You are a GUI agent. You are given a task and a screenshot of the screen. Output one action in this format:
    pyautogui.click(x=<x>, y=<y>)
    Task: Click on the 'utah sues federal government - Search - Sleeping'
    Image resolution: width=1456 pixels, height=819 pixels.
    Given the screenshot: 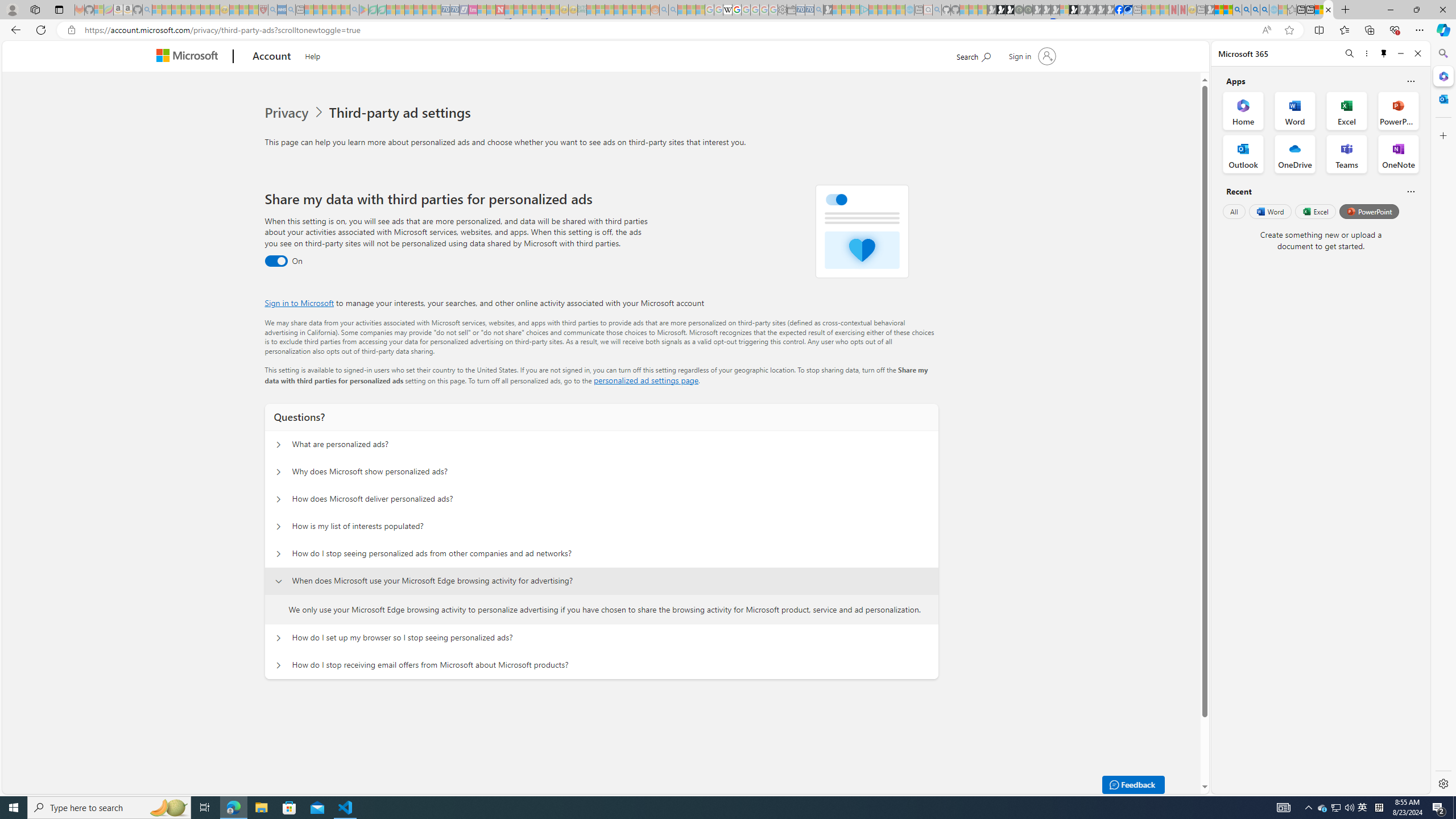 What is the action you would take?
    pyautogui.click(x=289, y=9)
    